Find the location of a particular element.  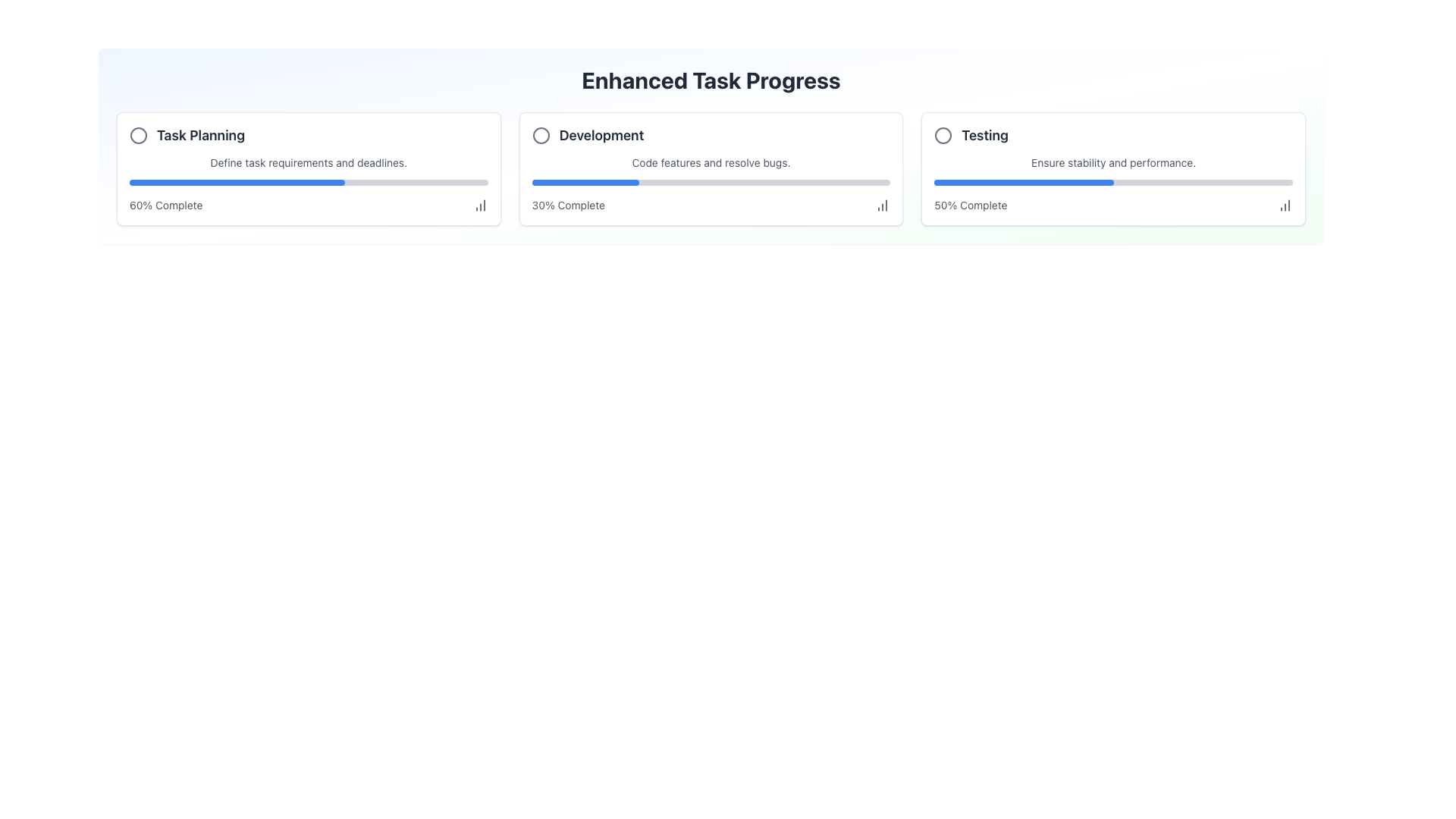

the progress indicator icon located in the lower-right corner of the first task progress card, which shows '60% Complete.' is located at coordinates (479, 205).